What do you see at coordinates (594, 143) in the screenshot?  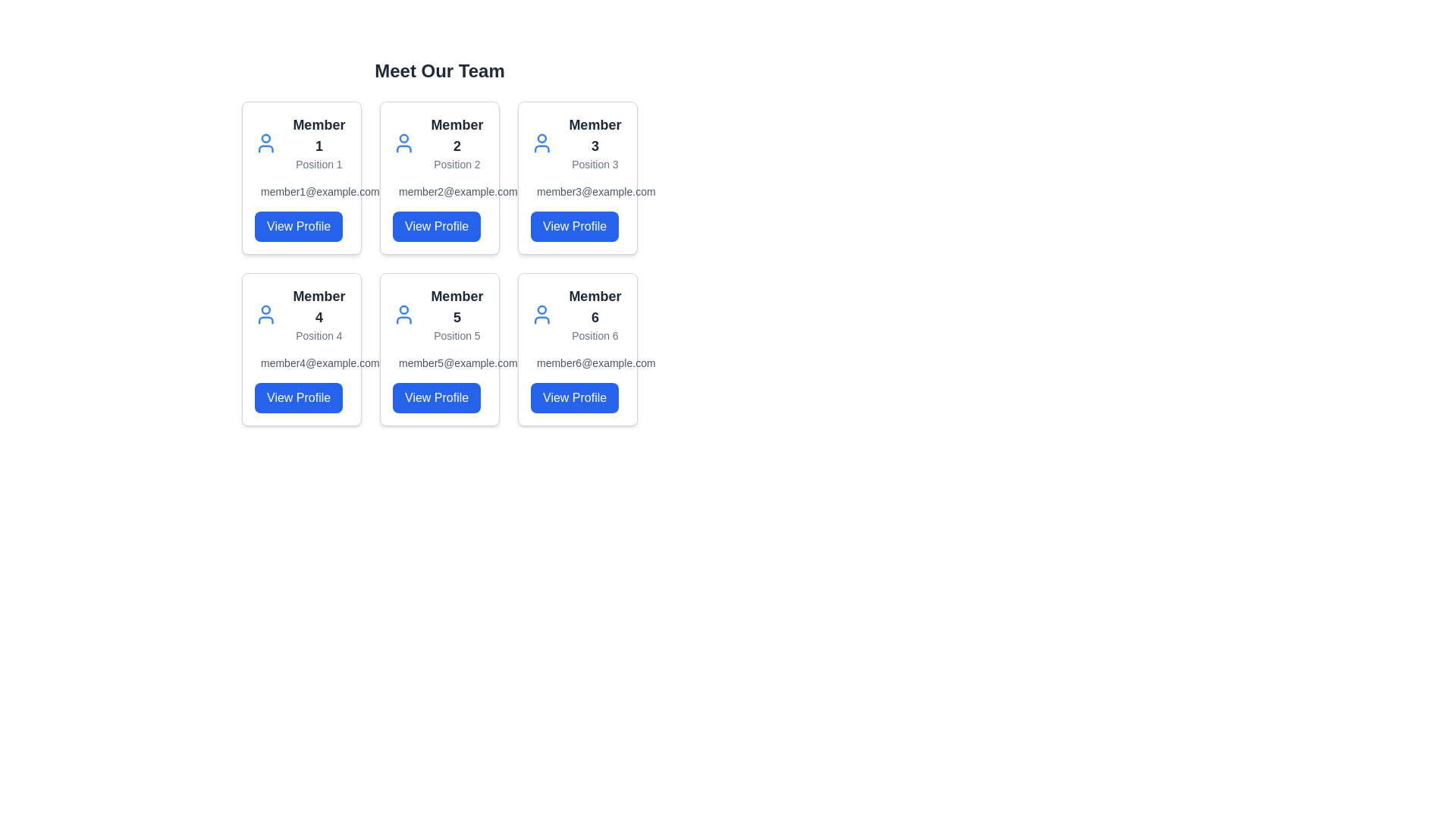 I see `the text label displaying 'Member 3' with the description 'Position 3', located in the third card of the top row under the 'Meet Our Team' heading` at bounding box center [594, 143].